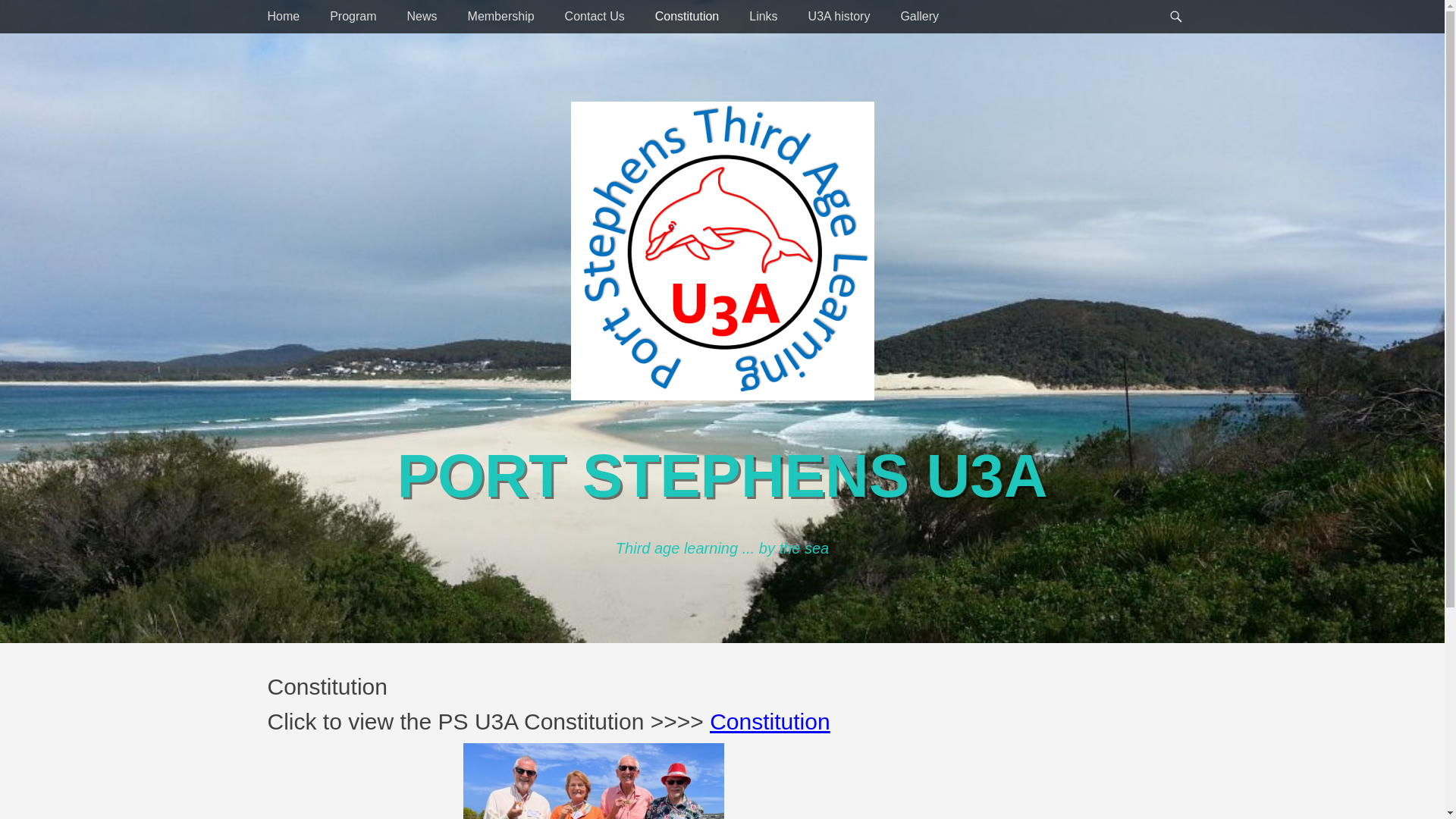  What do you see at coordinates (792, 17) in the screenshot?
I see `'U3A history'` at bounding box center [792, 17].